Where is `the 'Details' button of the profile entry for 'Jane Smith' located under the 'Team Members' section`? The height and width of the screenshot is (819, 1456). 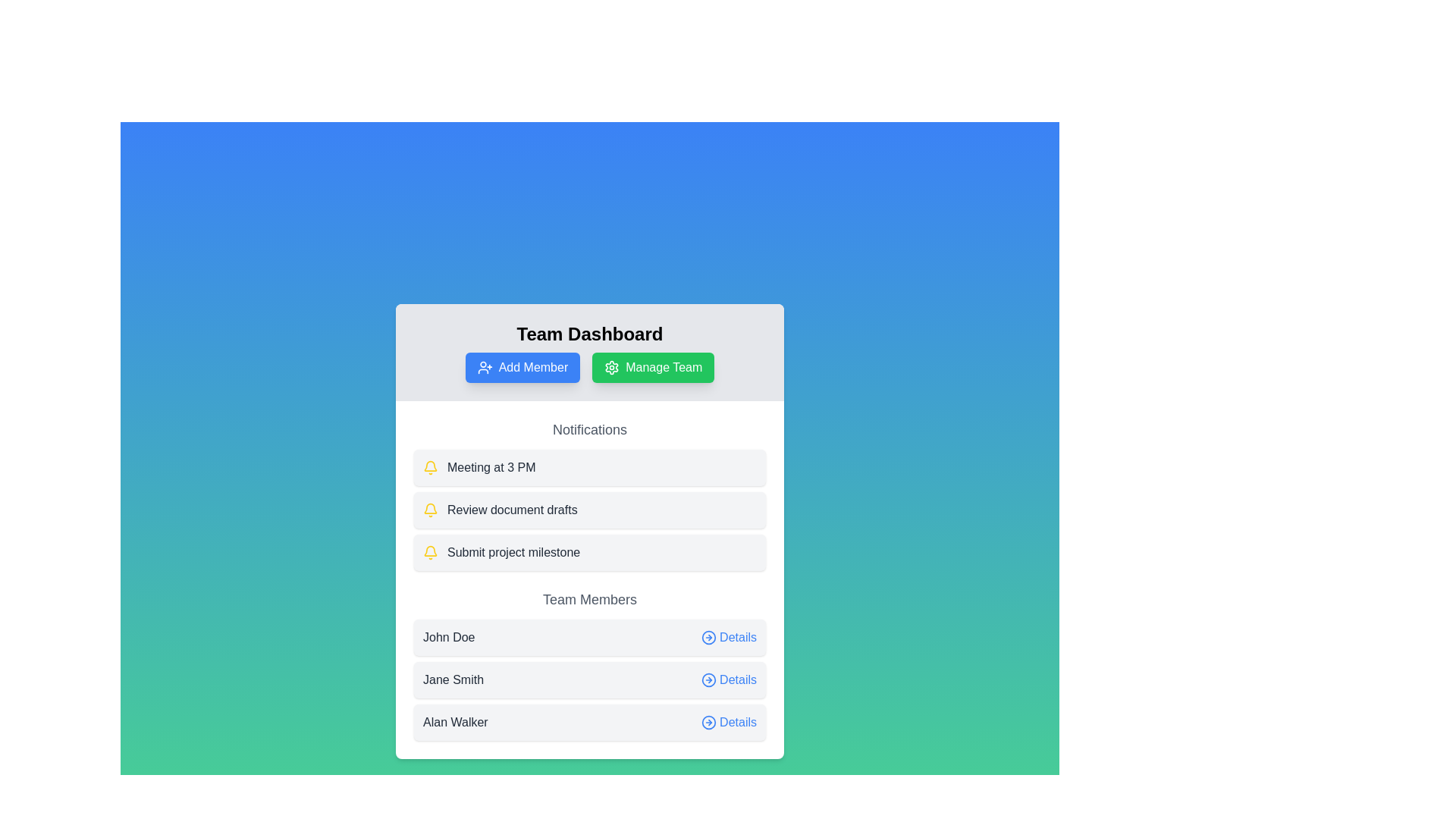 the 'Details' button of the profile entry for 'Jane Smith' located under the 'Team Members' section is located at coordinates (588, 679).